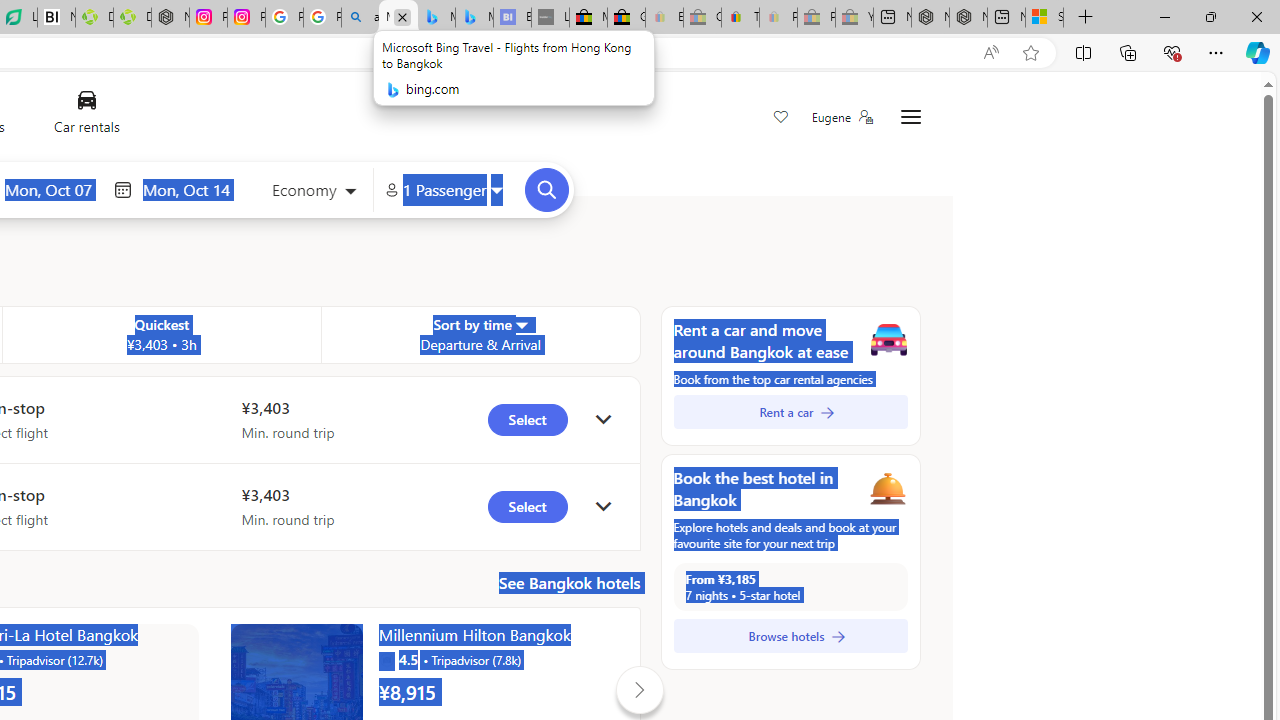 Image resolution: width=1280 pixels, height=720 pixels. What do you see at coordinates (841, 117) in the screenshot?
I see `'Eugene'` at bounding box center [841, 117].